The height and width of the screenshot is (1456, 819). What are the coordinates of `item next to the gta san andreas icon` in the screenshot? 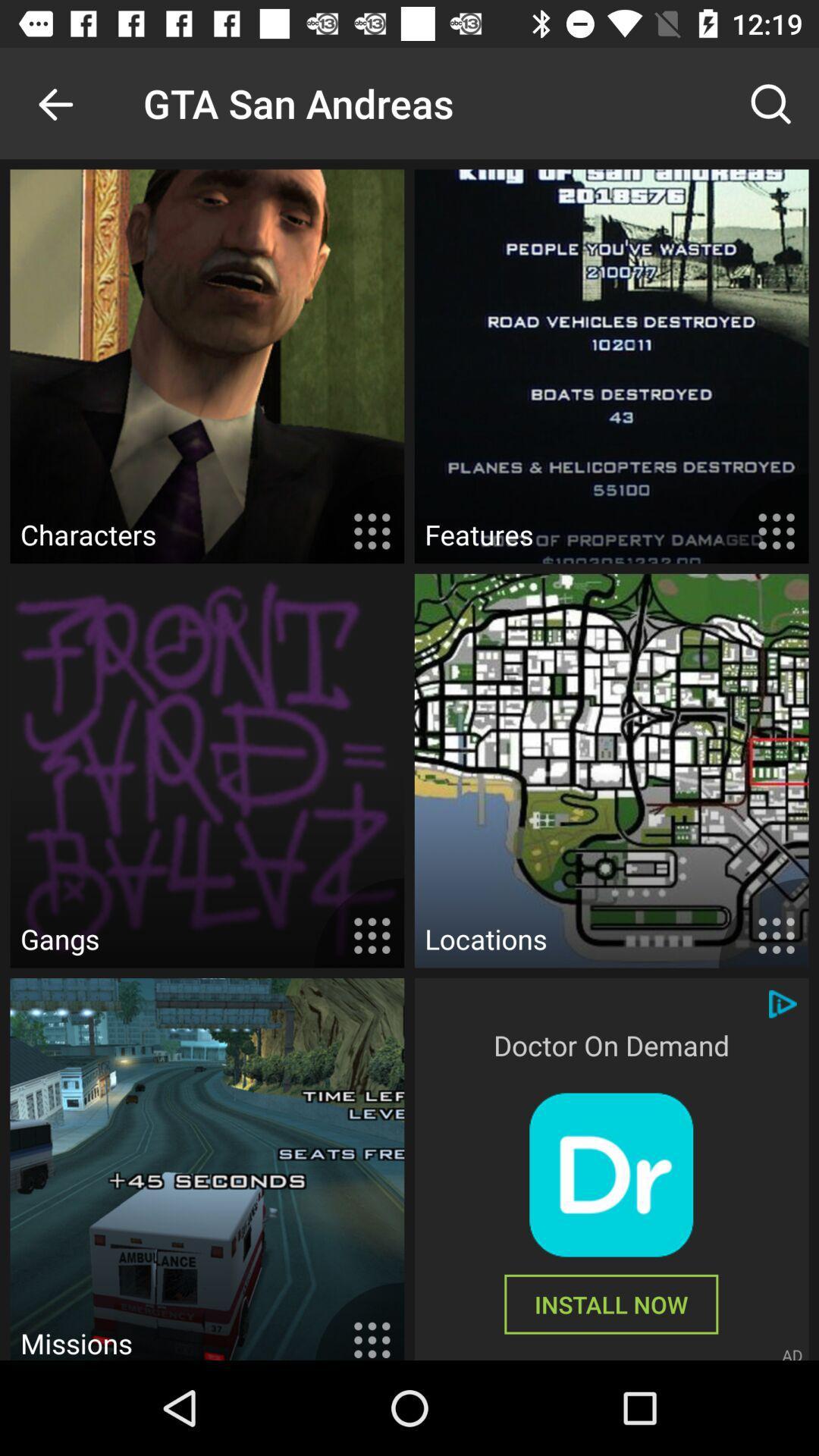 It's located at (55, 102).